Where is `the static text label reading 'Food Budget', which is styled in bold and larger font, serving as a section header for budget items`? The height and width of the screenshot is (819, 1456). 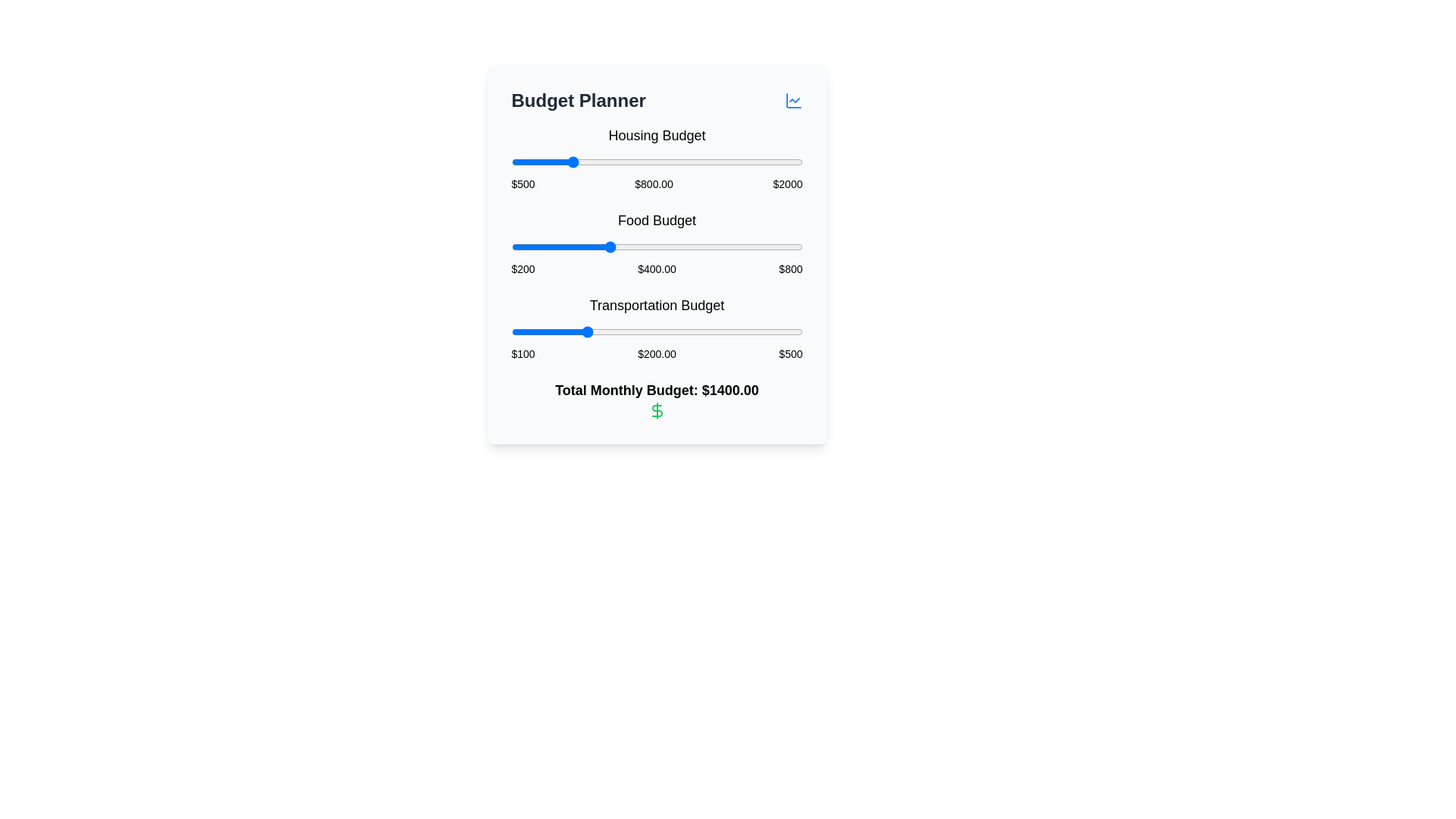
the static text label reading 'Food Budget', which is styled in bold and larger font, serving as a section header for budget items is located at coordinates (657, 220).